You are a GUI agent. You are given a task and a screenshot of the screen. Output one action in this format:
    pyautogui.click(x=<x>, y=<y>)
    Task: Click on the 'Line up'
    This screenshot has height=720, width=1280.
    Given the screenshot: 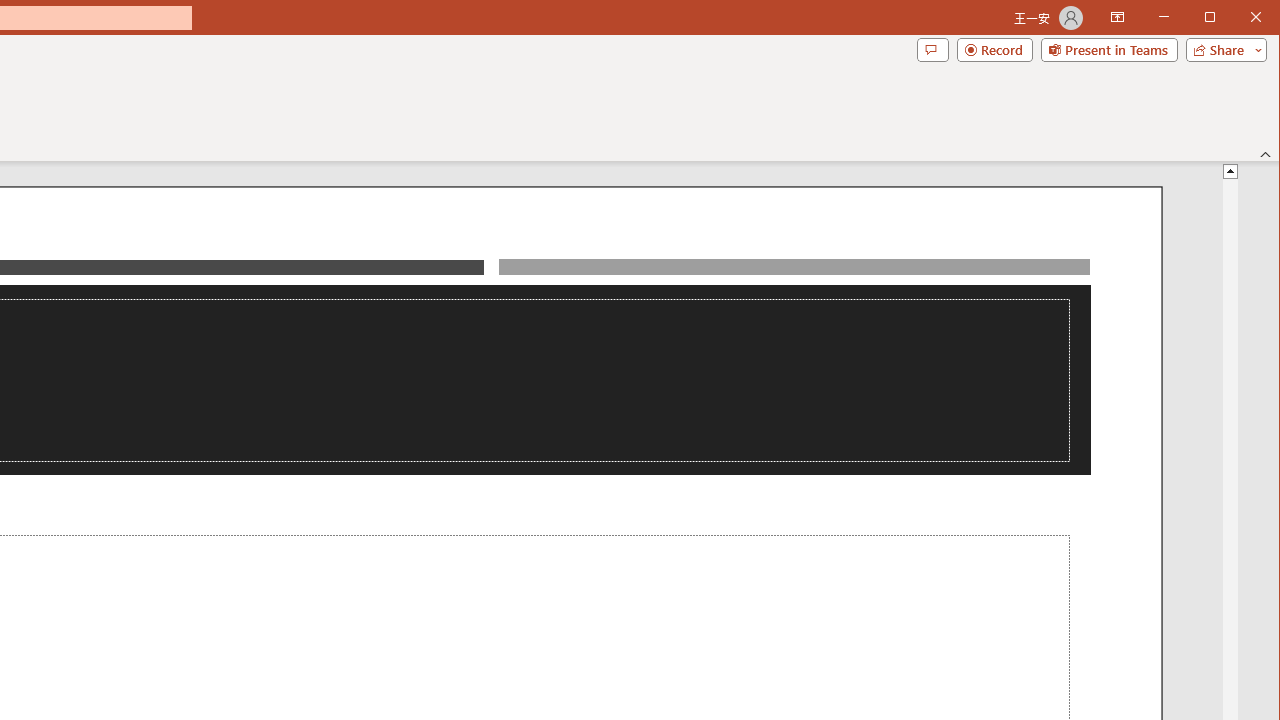 What is the action you would take?
    pyautogui.click(x=1229, y=169)
    